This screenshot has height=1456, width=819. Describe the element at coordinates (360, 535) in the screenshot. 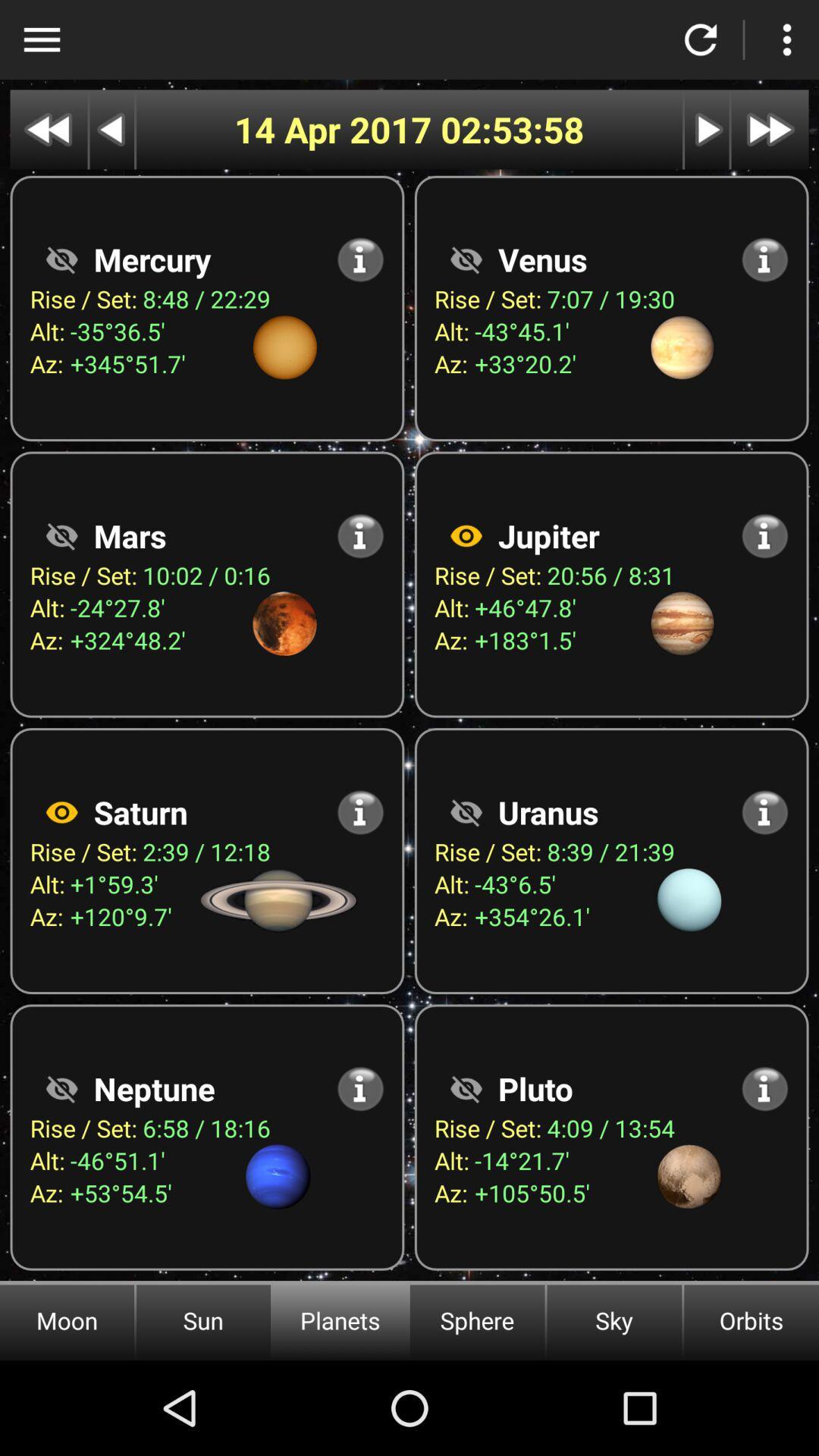

I see `information option` at that location.